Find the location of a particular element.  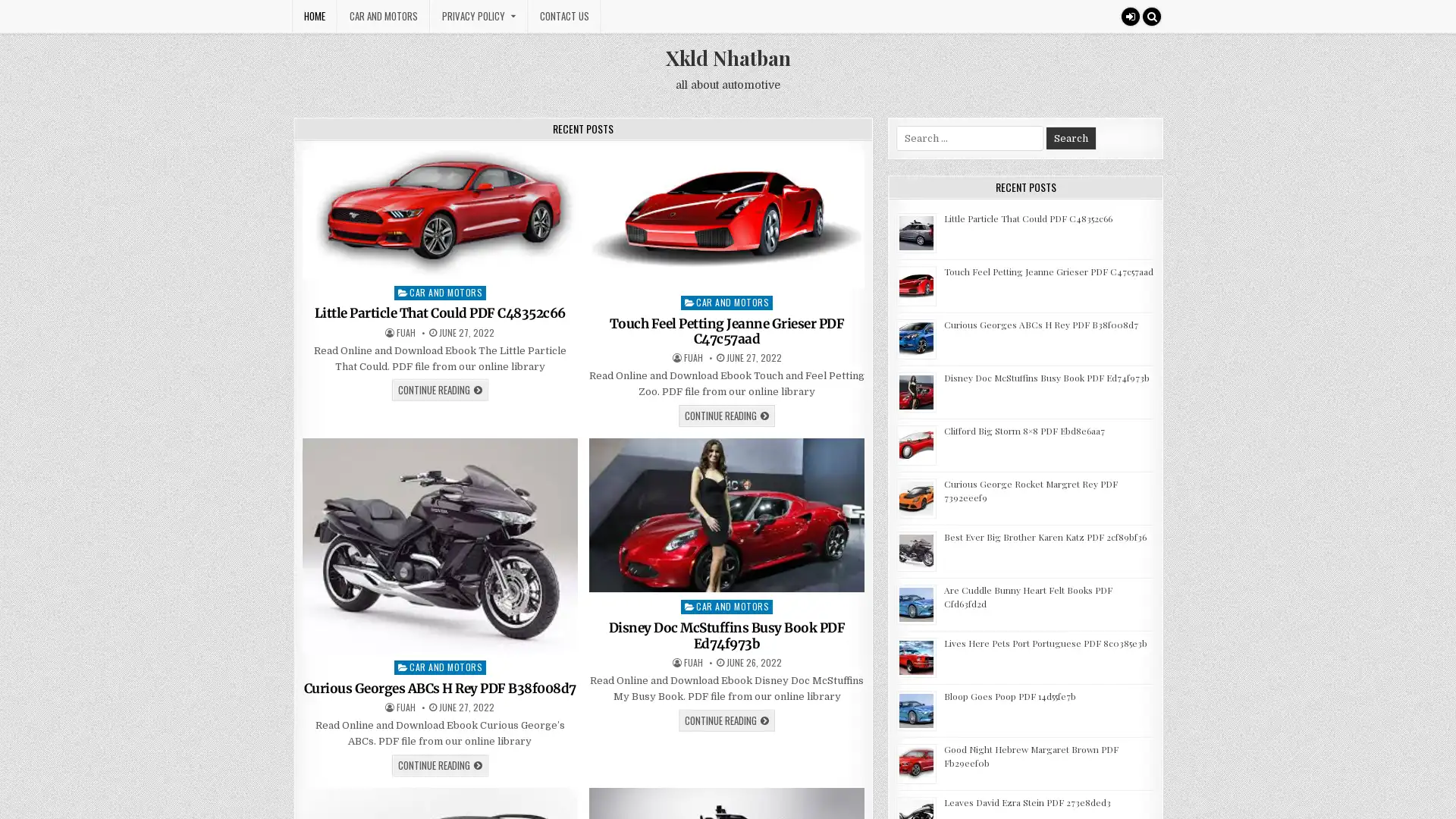

Search is located at coordinates (1070, 138).